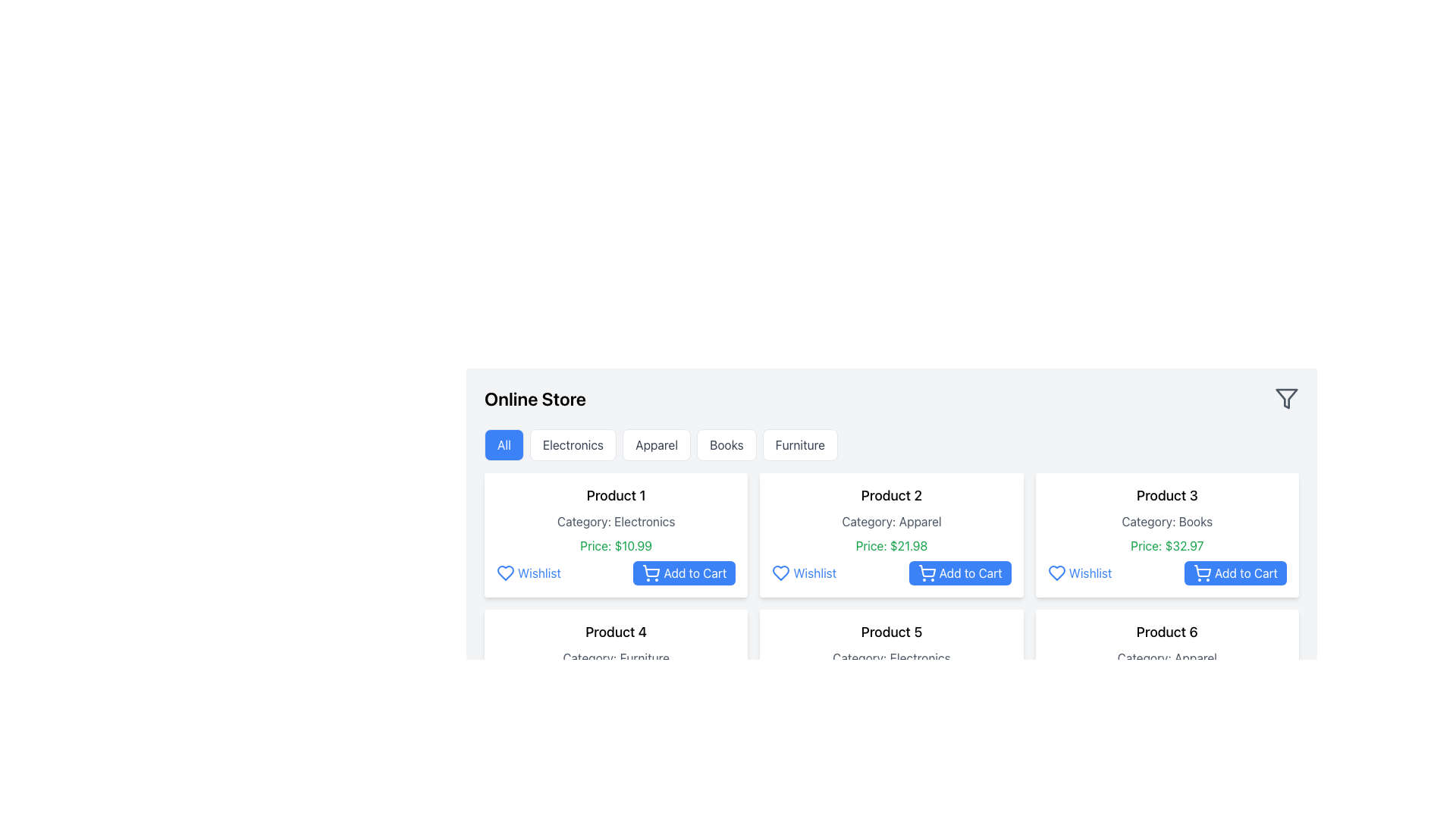  What do you see at coordinates (803, 710) in the screenshot?
I see `the 'Wishlist' link, which is the first interactive clickable link in the group of action buttons` at bounding box center [803, 710].